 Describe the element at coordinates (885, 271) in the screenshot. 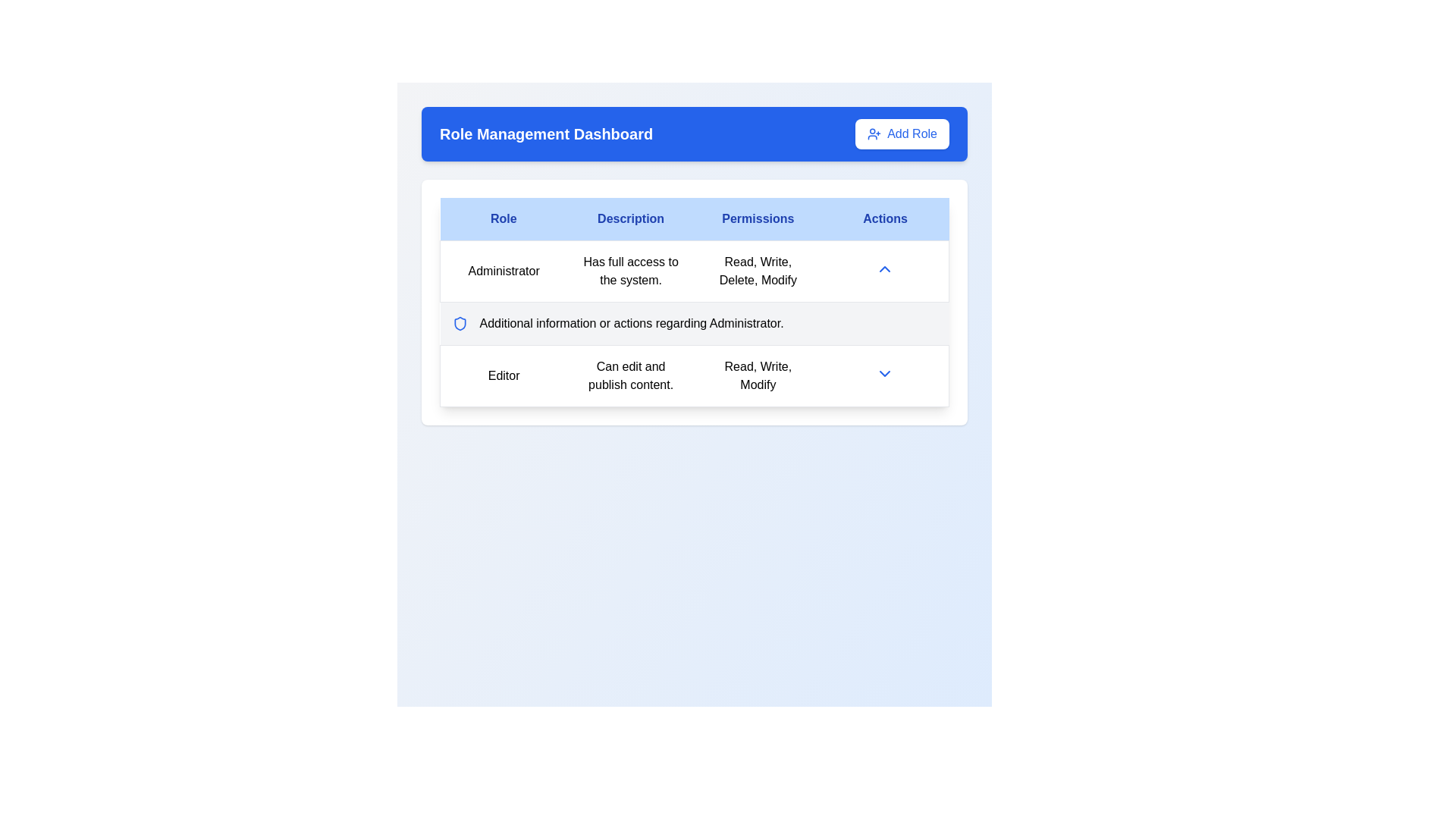

I see `the toggle indicator for the 'Administrator' role, located` at that location.